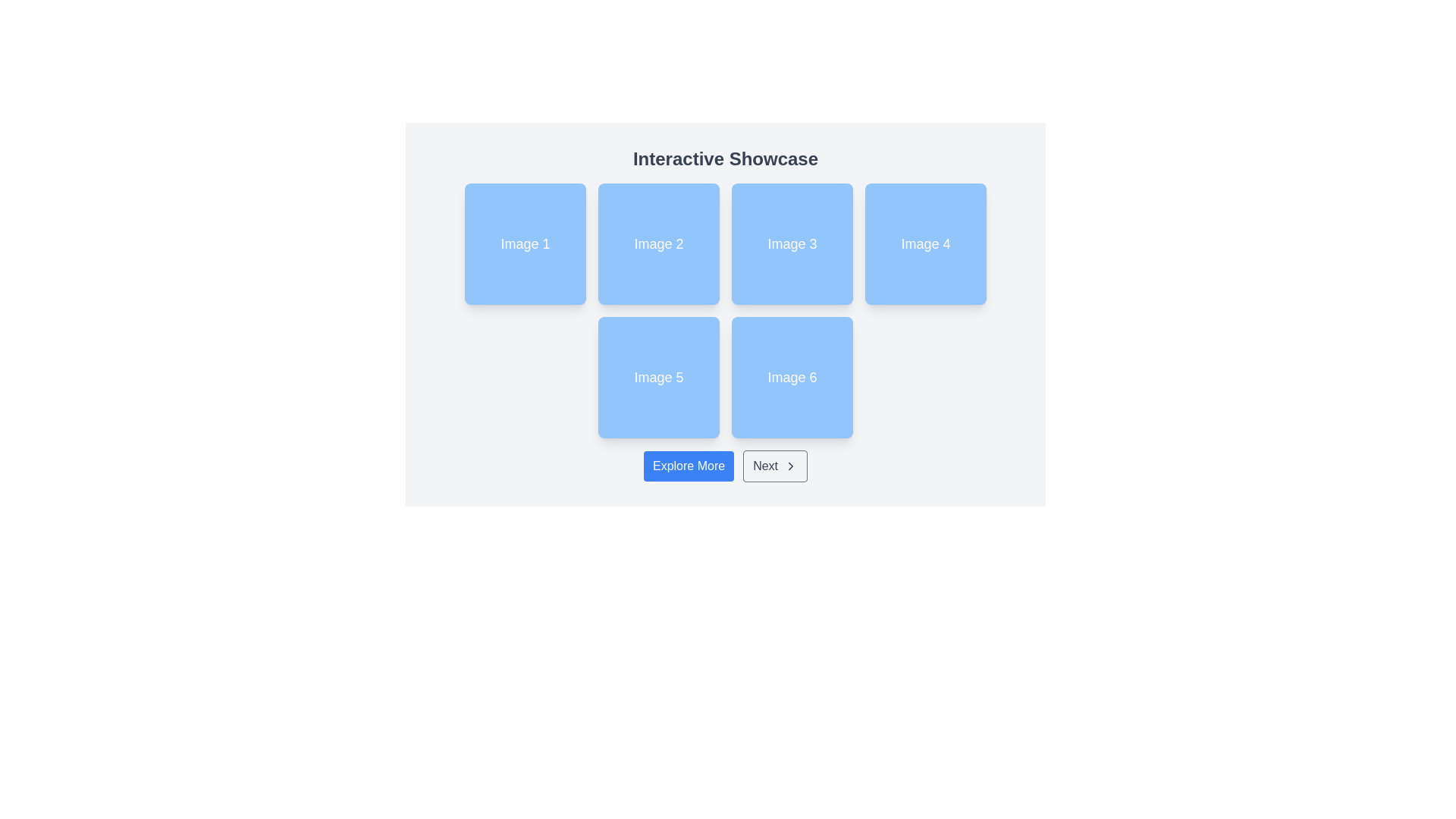 This screenshot has width=1456, height=819. I want to click on the chevron-right icon that indicates the 'Next' button, located adjacent to the 'Explore More' button in the main navigation area, so click(789, 465).